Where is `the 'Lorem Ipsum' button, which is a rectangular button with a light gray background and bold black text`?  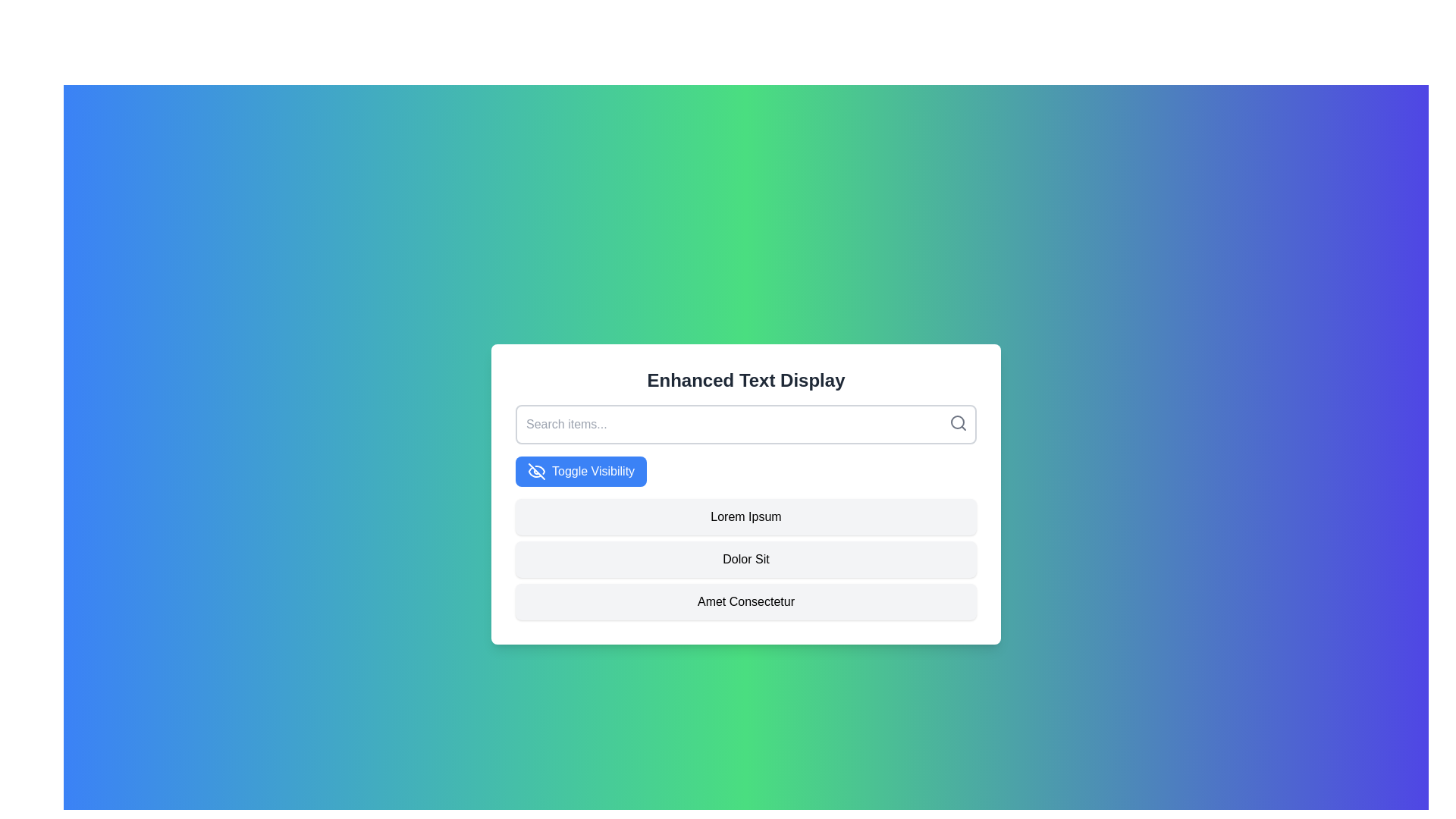
the 'Lorem Ipsum' button, which is a rectangular button with a light gray background and bold black text is located at coordinates (745, 516).